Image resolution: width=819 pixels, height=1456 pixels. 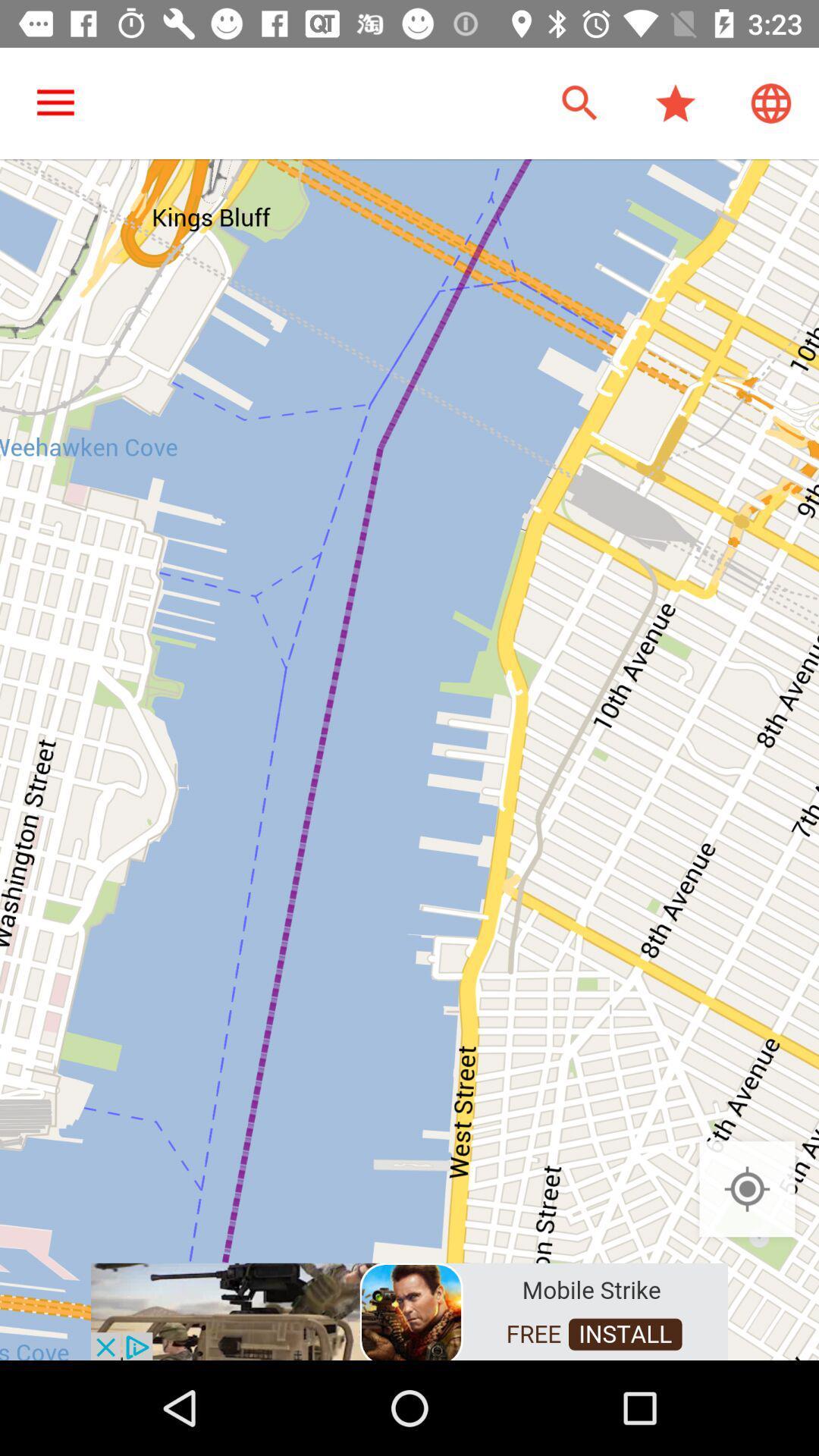 What do you see at coordinates (55, 102) in the screenshot?
I see `the item at the top left corner` at bounding box center [55, 102].